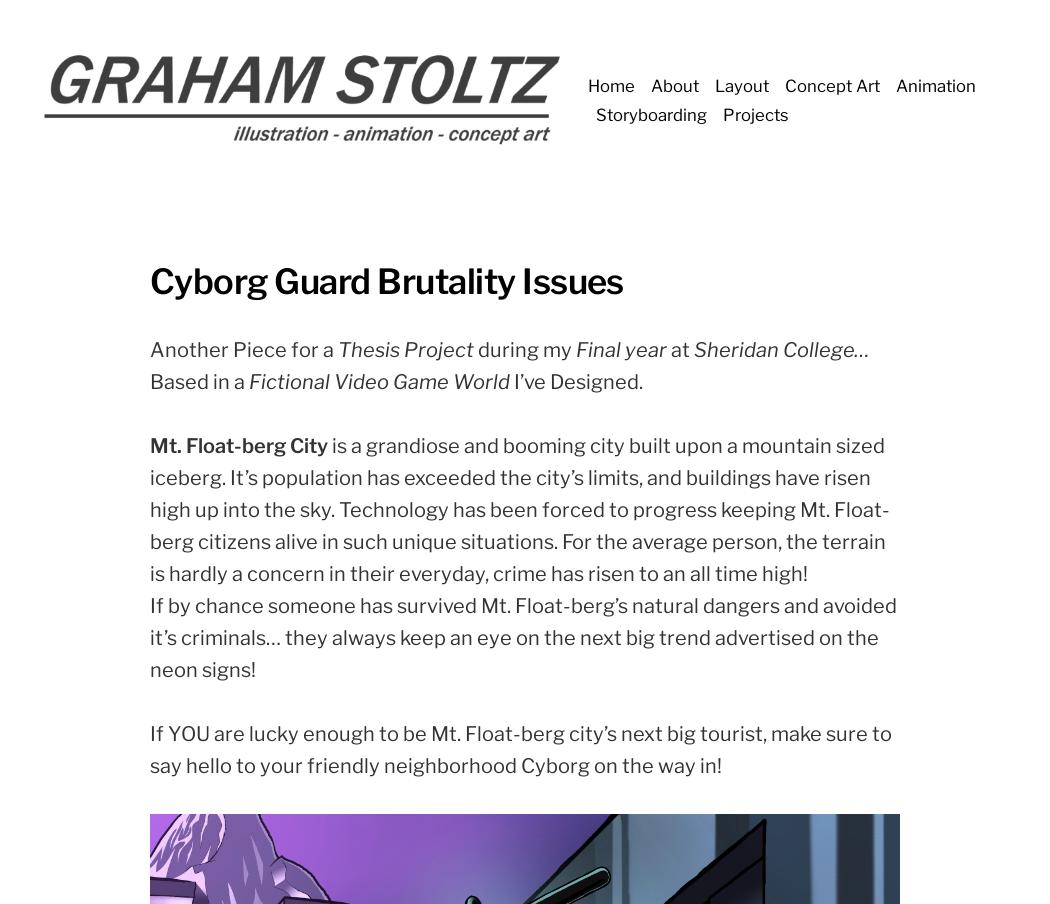 The width and height of the screenshot is (1050, 904). I want to click on 'If by chance someone has survived Mt. Float-berg’s natural dangers and avoided it’s criminals… they always keep an eye on the next big trend advertised on the neon signs!', so click(522, 636).